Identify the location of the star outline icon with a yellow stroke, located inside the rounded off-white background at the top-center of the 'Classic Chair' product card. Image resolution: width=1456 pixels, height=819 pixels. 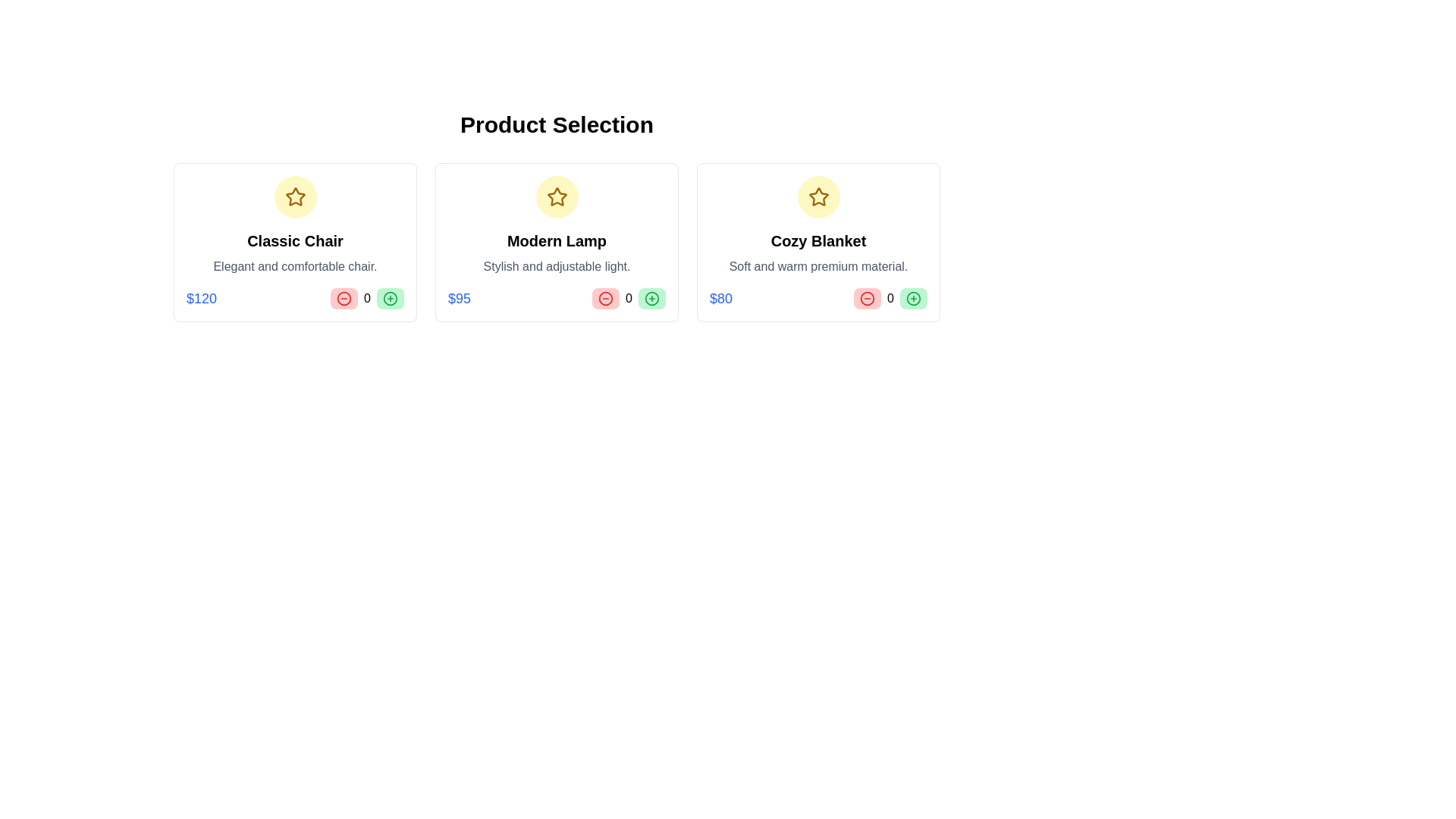
(295, 196).